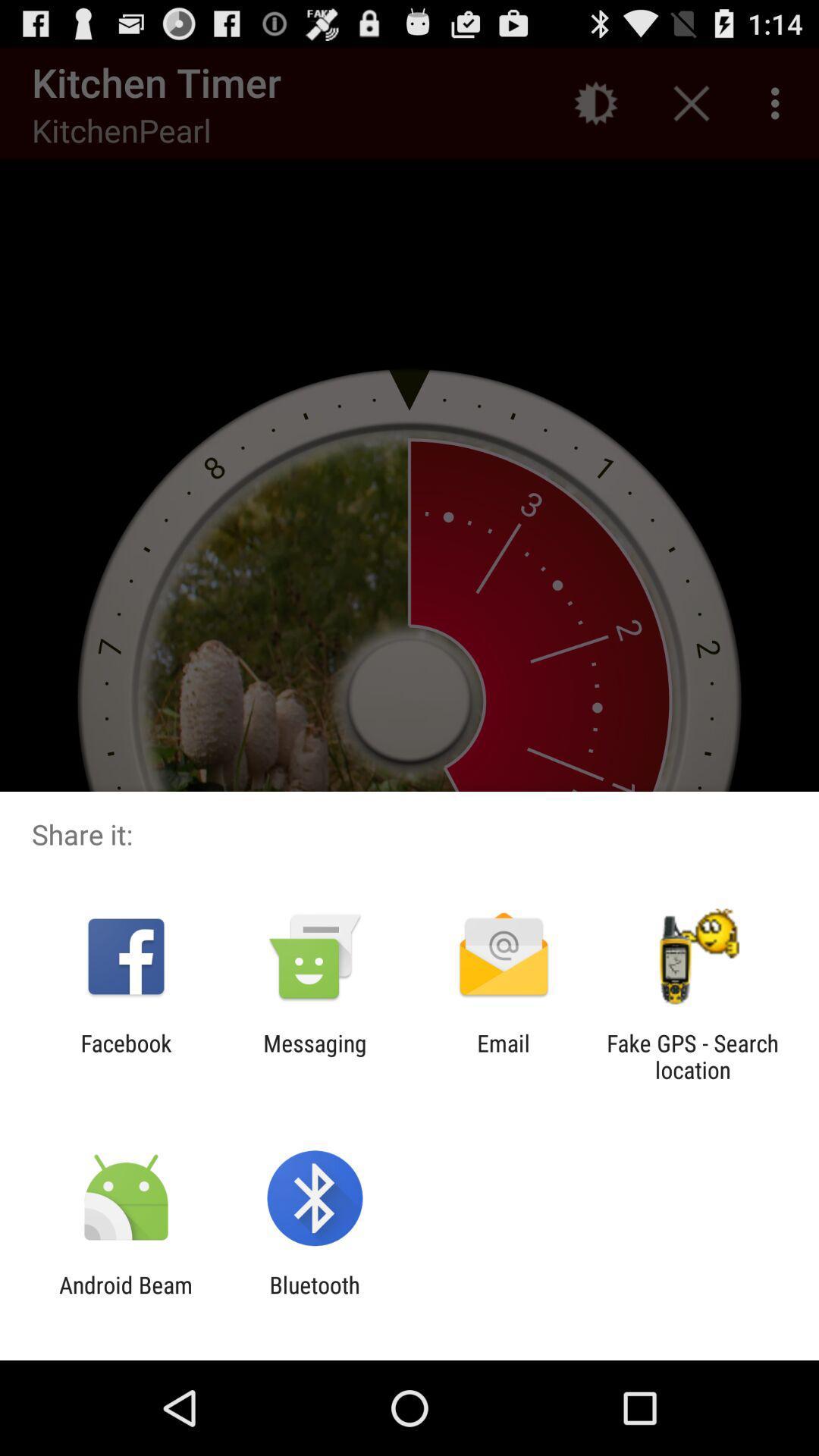 The image size is (819, 1456). Describe the element at coordinates (692, 1056) in the screenshot. I see `item at the bottom right corner` at that location.